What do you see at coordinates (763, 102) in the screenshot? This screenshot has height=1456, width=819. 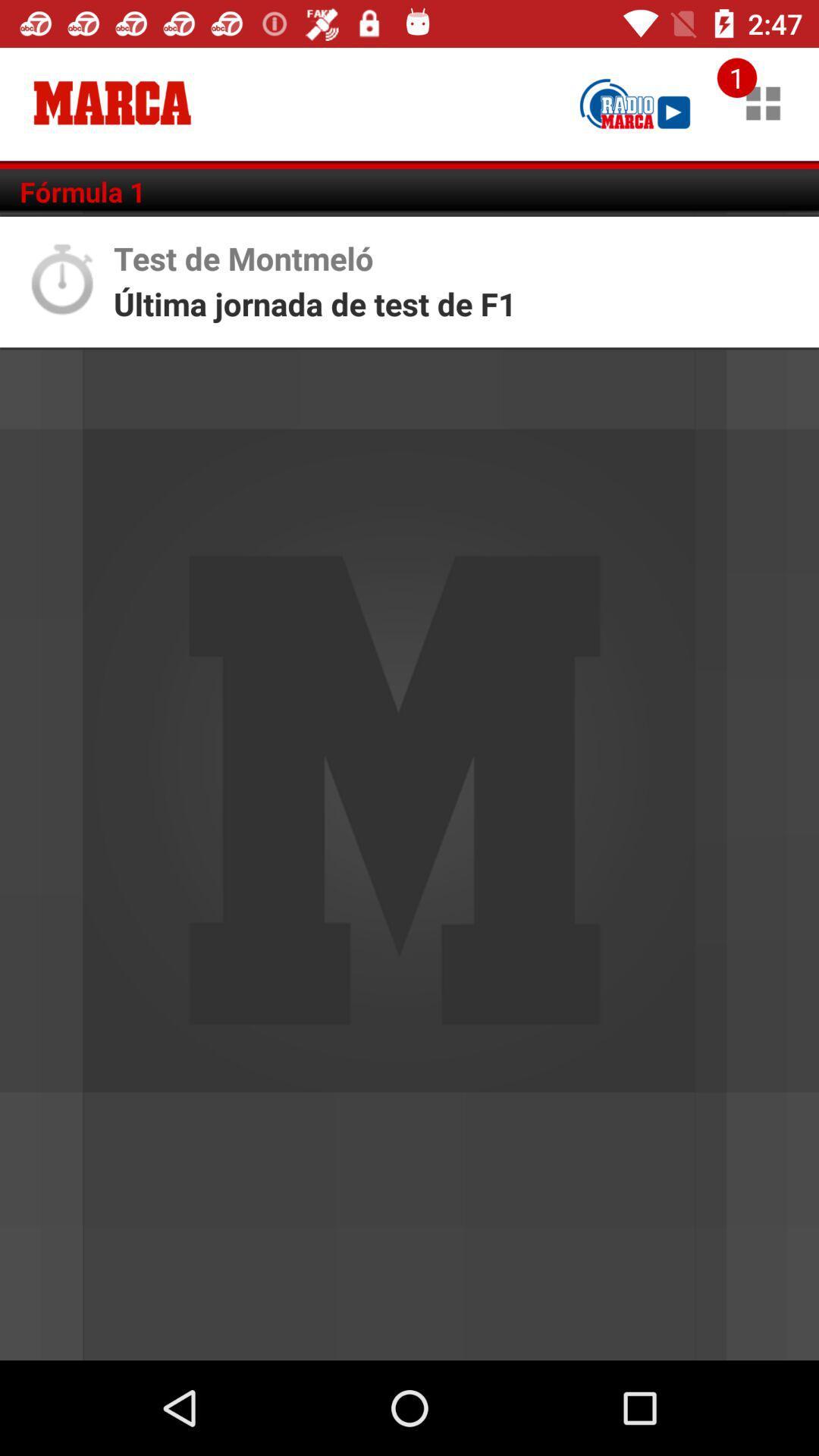 I see `icon` at bounding box center [763, 102].